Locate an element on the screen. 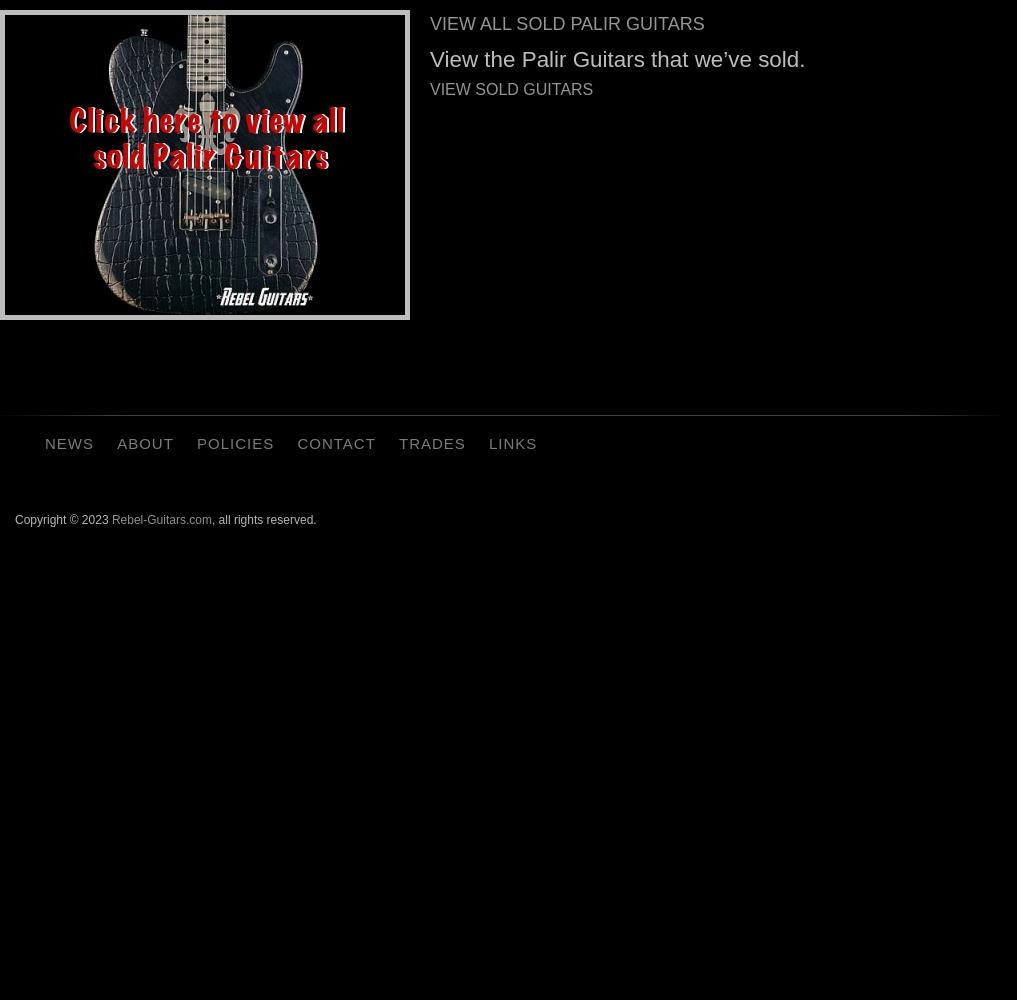  'About' is located at coordinates (144, 442).